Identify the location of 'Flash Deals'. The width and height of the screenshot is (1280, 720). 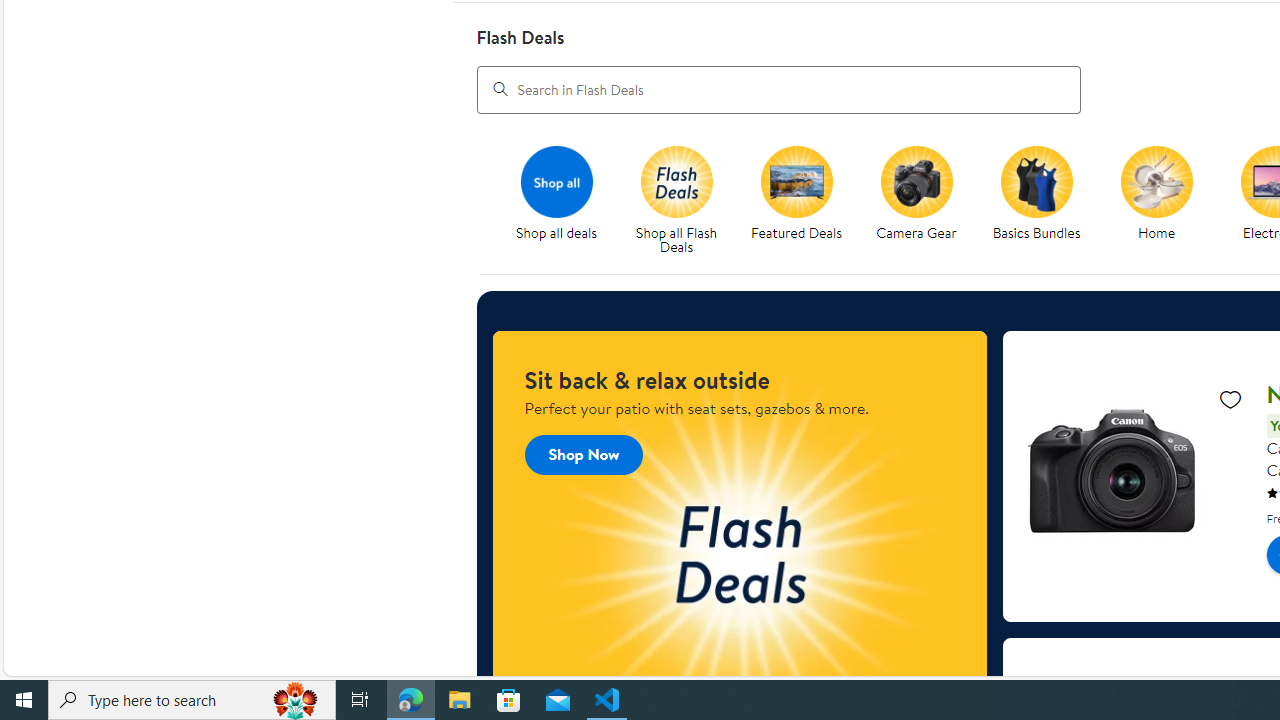
(676, 181).